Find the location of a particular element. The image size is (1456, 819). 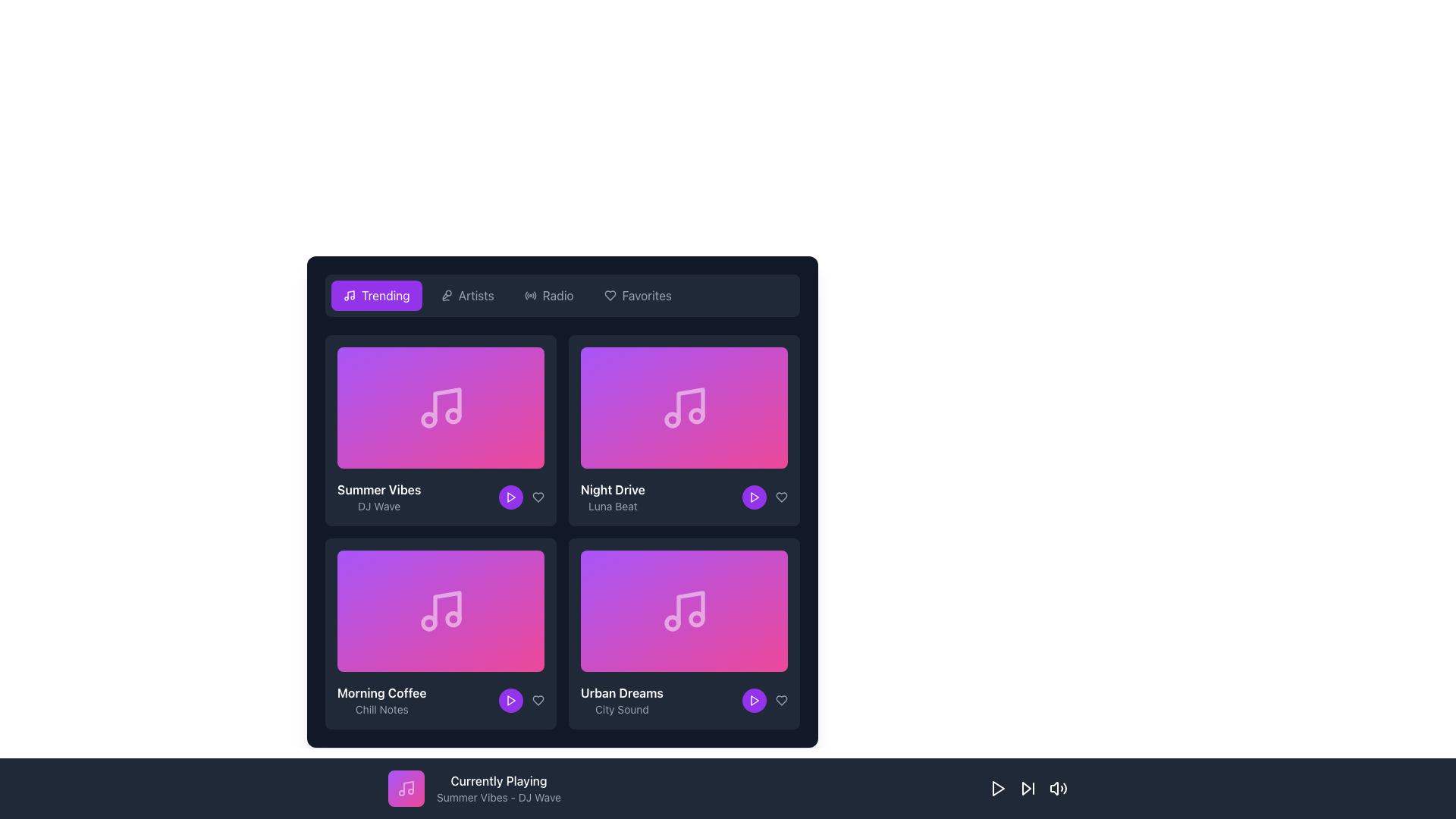

the triangular play icon within the purple circular button located in the lower-left corner of the 'Morning Coffee' song card to play the song is located at coordinates (511, 701).